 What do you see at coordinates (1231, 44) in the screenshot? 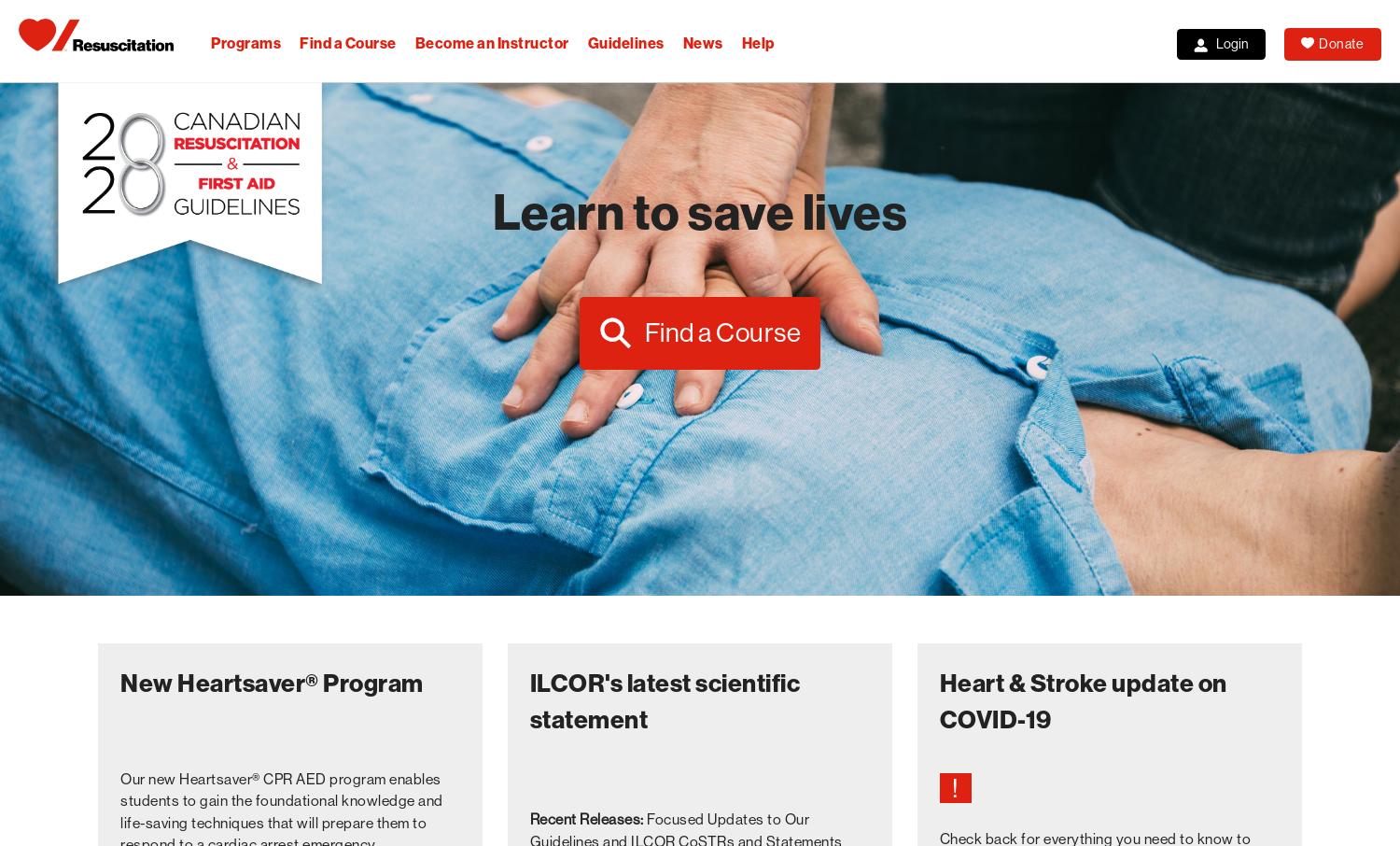
I see `'Login'` at bounding box center [1231, 44].